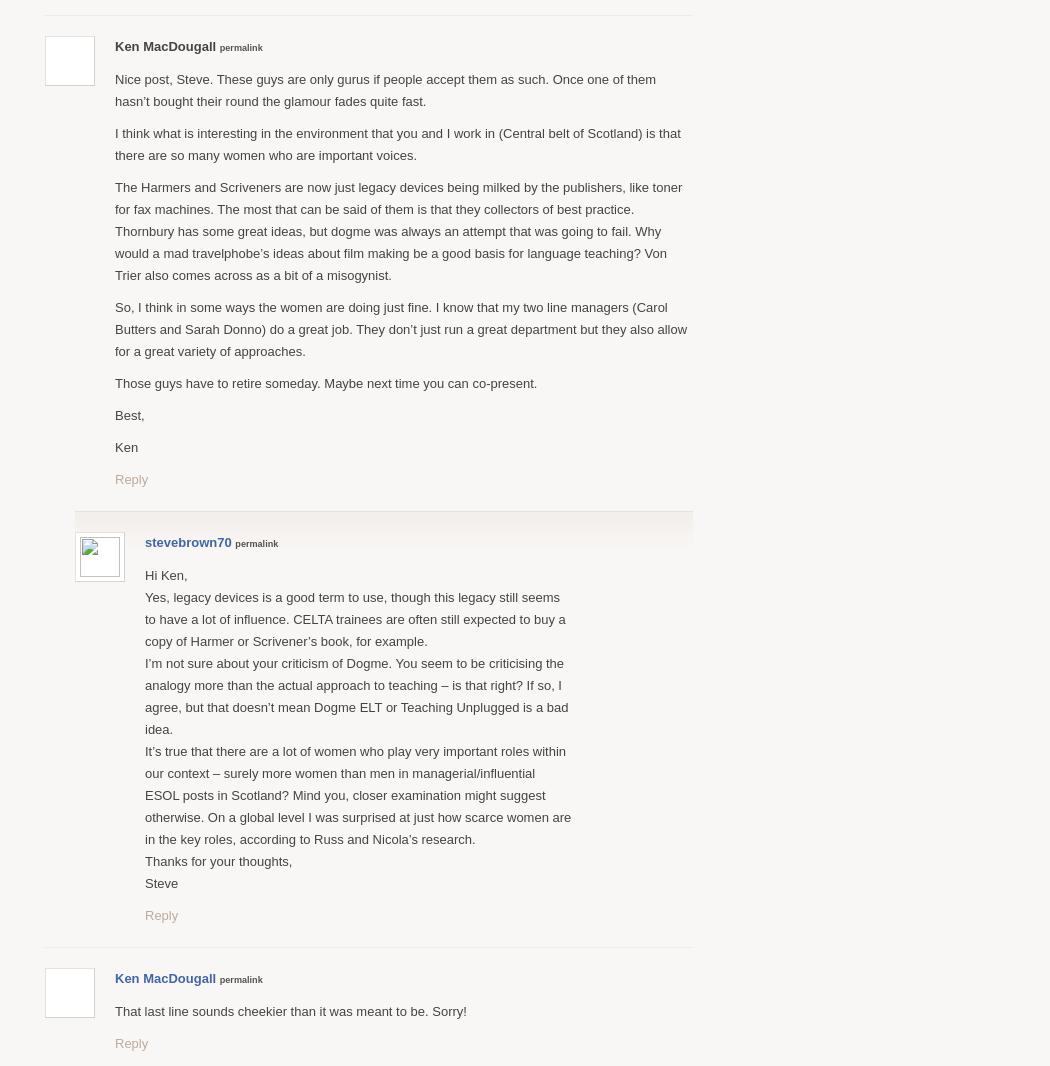 This screenshot has width=1050, height=1066. Describe the element at coordinates (326, 382) in the screenshot. I see `'Those guys have to retire someday. Maybe next time you can co-present.'` at that location.